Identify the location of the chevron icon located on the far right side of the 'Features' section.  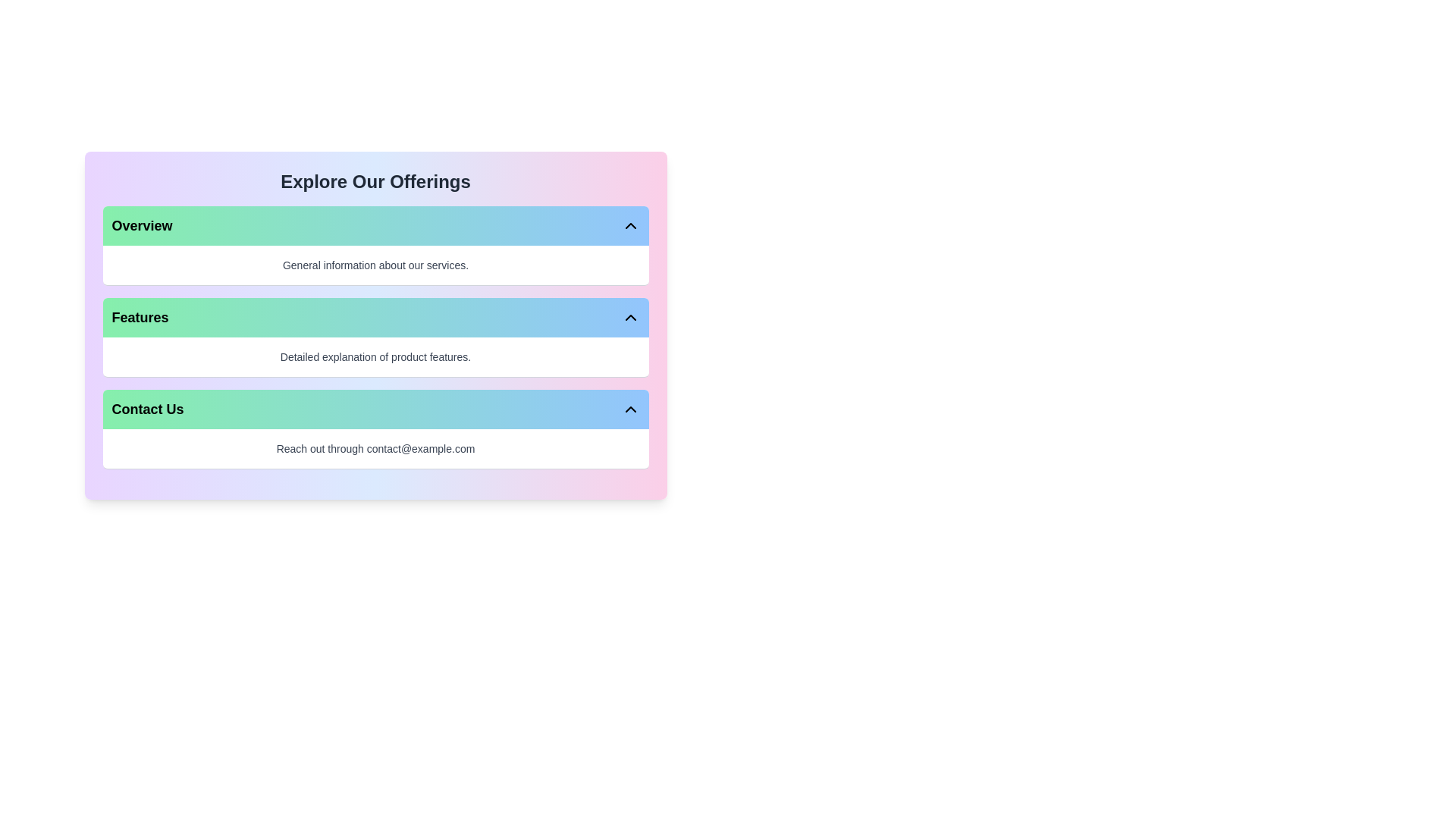
(630, 317).